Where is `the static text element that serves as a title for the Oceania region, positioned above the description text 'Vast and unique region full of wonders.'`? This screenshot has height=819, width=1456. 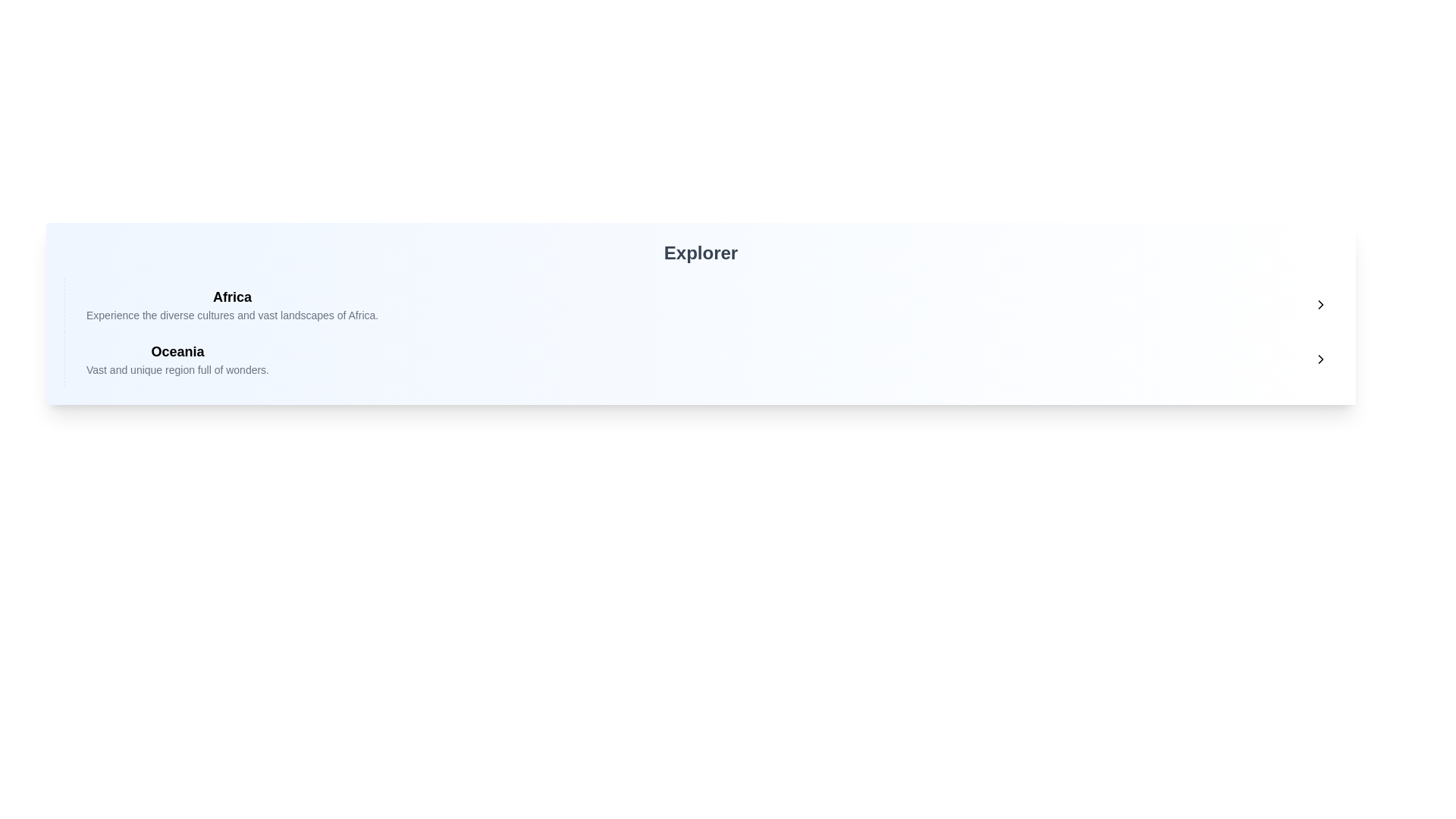
the static text element that serves as a title for the Oceania region, positioned above the description text 'Vast and unique region full of wonders.' is located at coordinates (177, 351).